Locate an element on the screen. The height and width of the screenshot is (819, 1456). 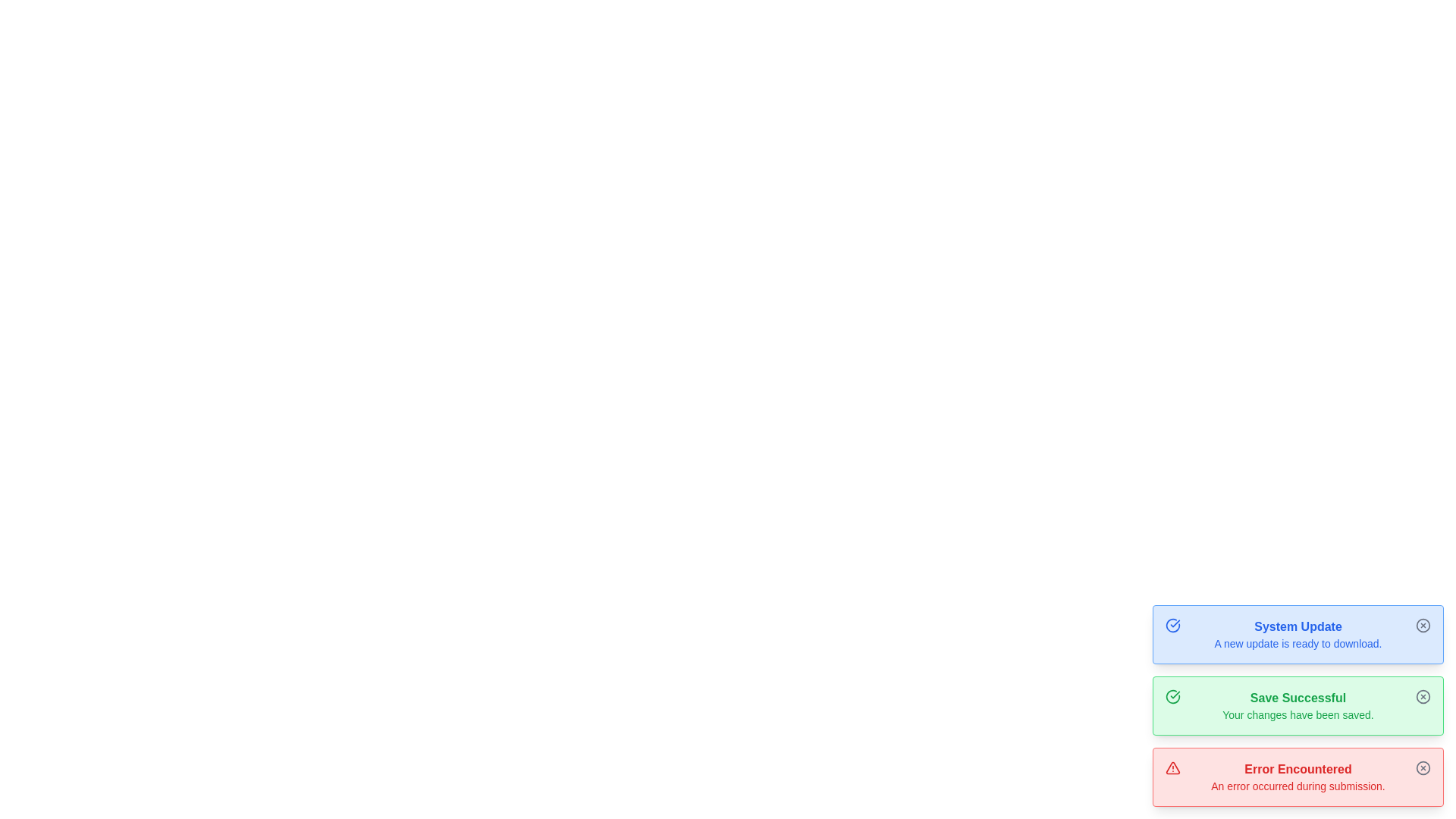
the text label displaying 'Error Encountered' in bold red font at the top of the error notification card is located at coordinates (1298, 769).